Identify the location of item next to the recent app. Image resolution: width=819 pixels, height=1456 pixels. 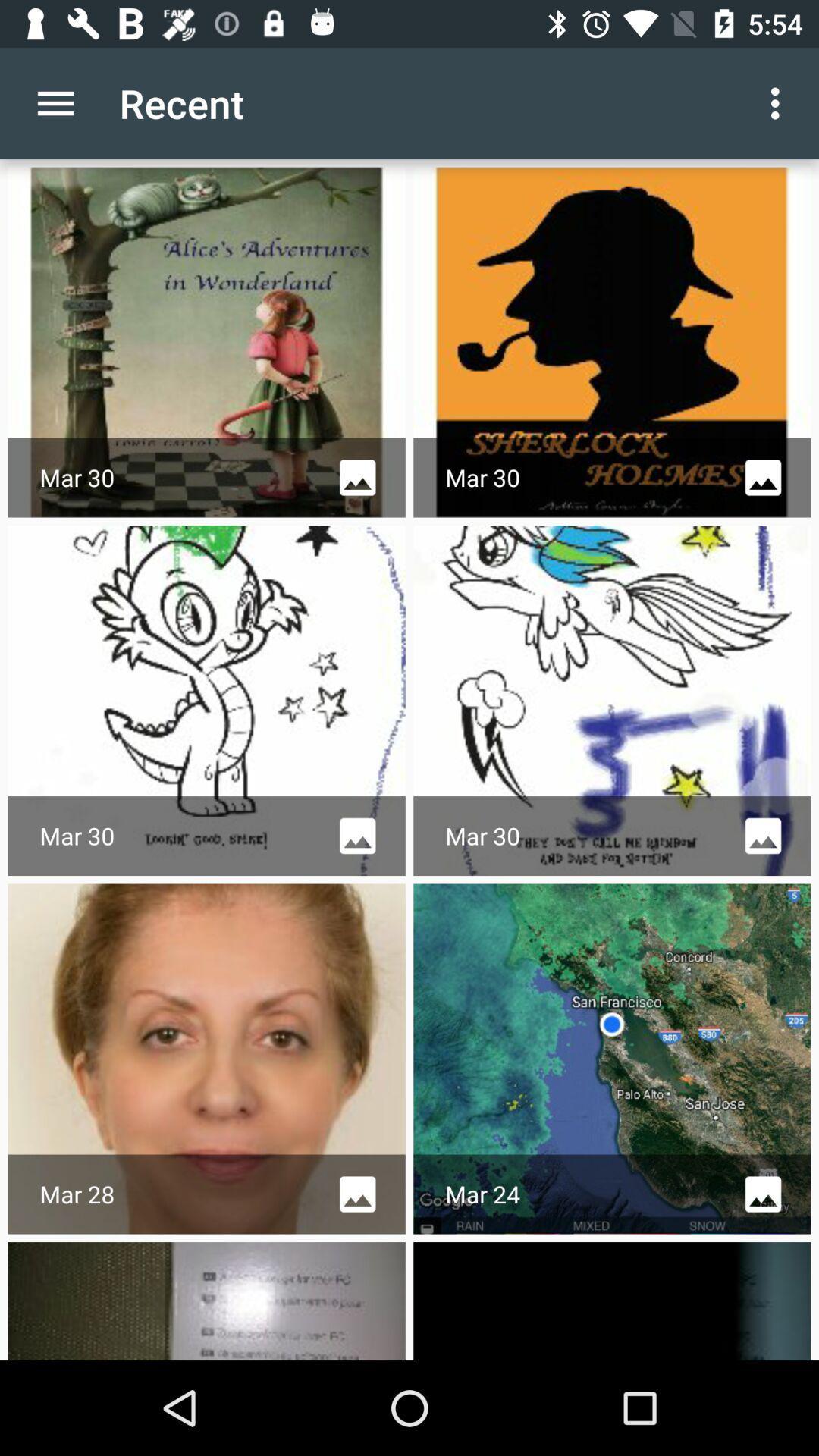
(779, 102).